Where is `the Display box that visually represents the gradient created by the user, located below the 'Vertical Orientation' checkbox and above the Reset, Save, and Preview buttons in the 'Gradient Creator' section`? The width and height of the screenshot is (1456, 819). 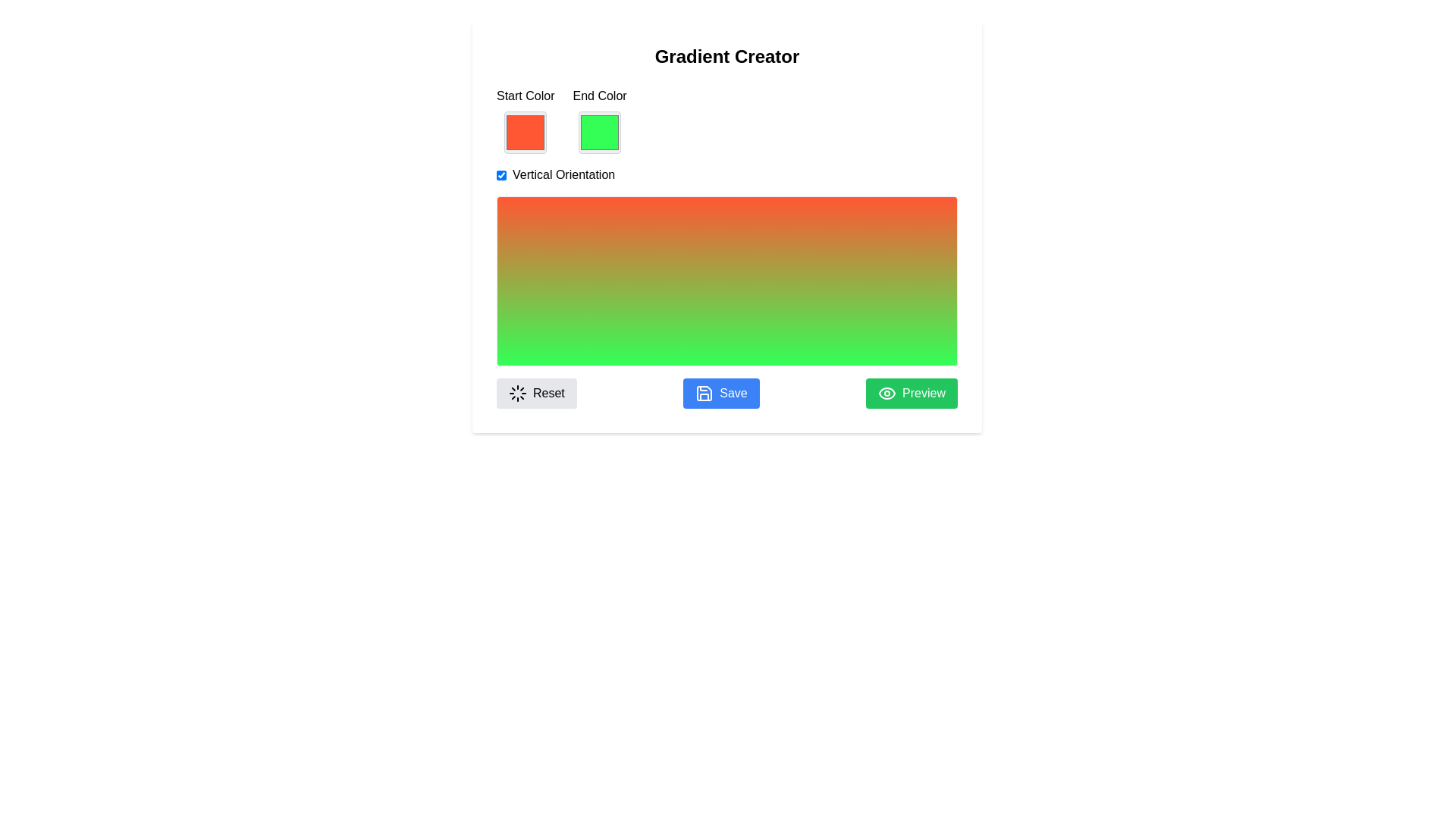
the Display box that visually represents the gradient created by the user, located below the 'Vertical Orientation' checkbox and above the Reset, Save, and Preview buttons in the 'Gradient Creator' section is located at coordinates (726, 247).